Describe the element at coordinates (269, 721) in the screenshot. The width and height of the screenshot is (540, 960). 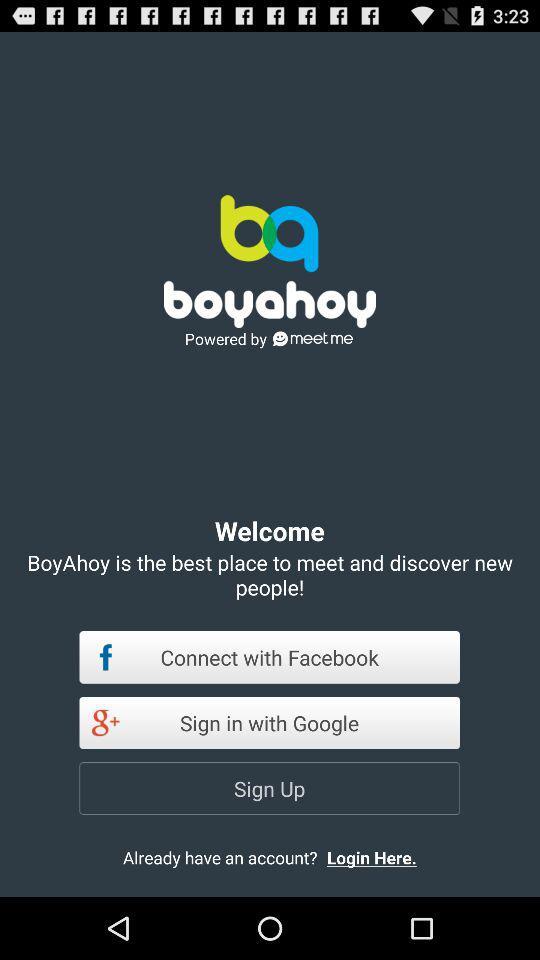
I see `the item above sign up item` at that location.